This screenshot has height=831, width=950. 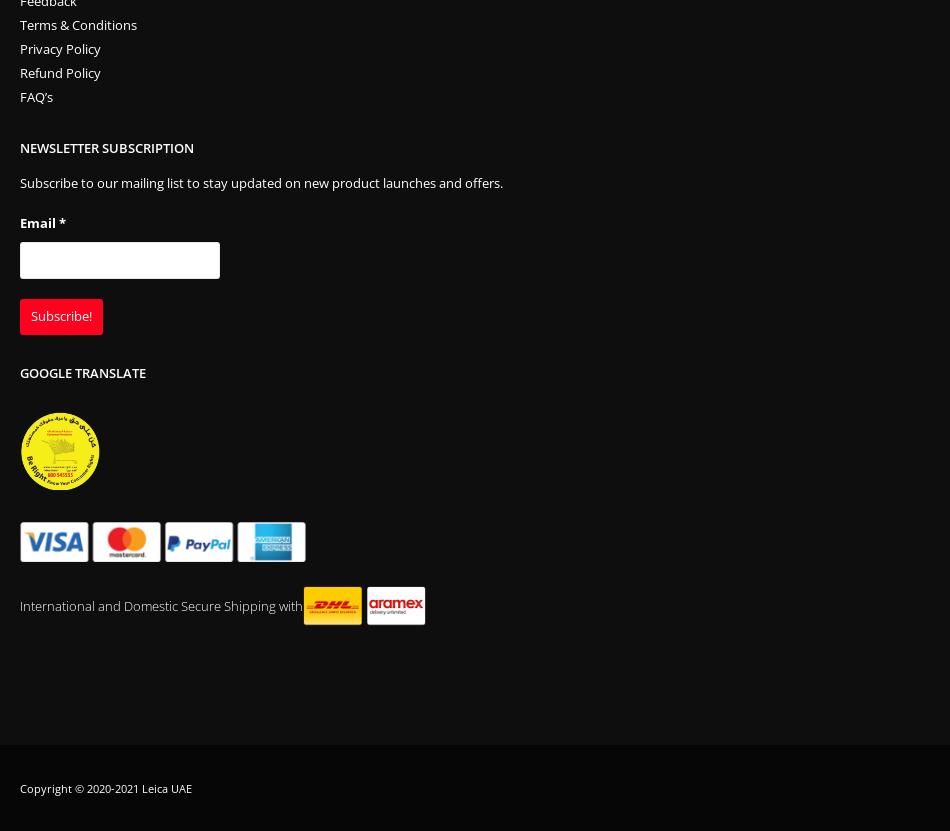 What do you see at coordinates (106, 787) in the screenshot?
I see `'Copyright © 2020-2021 Leica UAE'` at bounding box center [106, 787].